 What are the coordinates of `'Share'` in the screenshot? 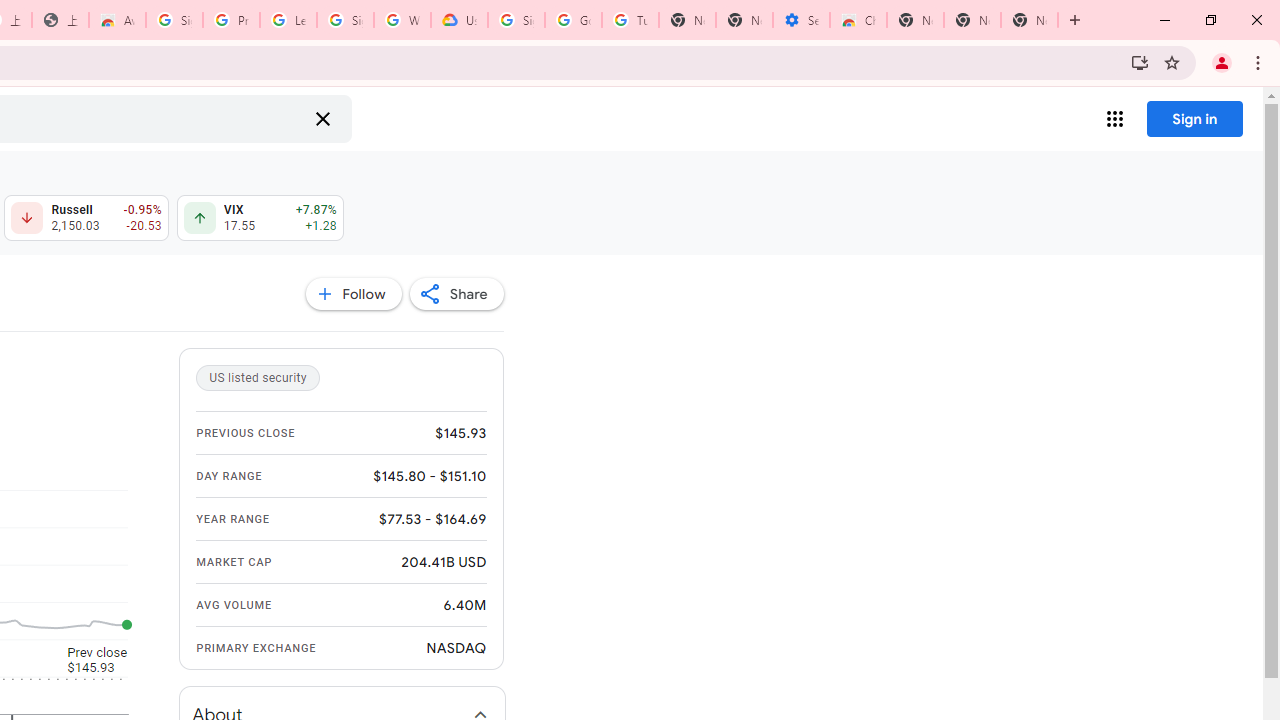 It's located at (455, 294).